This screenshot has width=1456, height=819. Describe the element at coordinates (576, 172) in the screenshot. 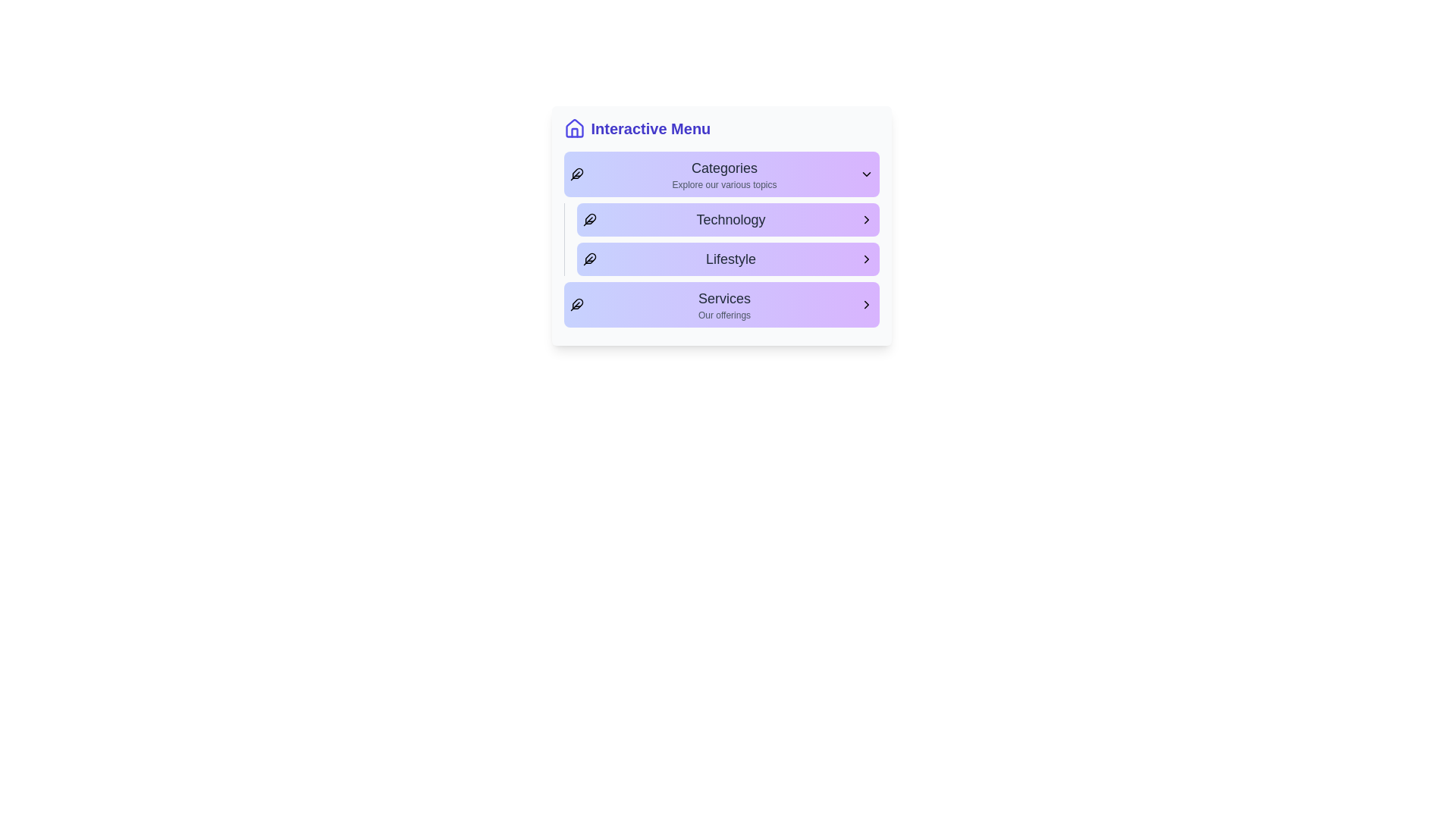

I see `the feather icon located in the topmost row of the menu, adjacent to the 'Categories' section, for its visual significance` at that location.